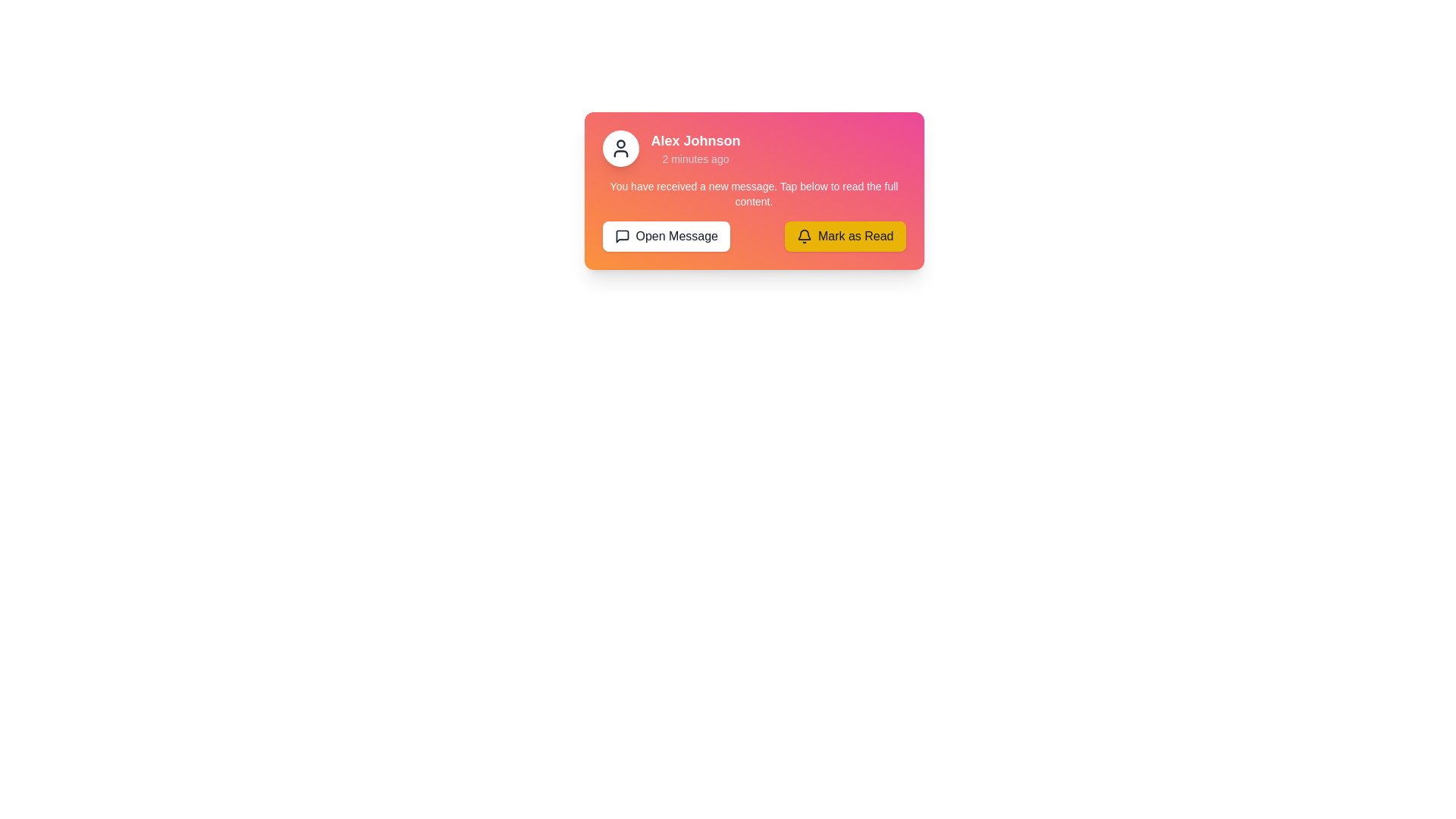  I want to click on the bell icon located within the yellow 'Mark as Read' button, which is styled with a thin outline and a rounded design, so click(803, 237).